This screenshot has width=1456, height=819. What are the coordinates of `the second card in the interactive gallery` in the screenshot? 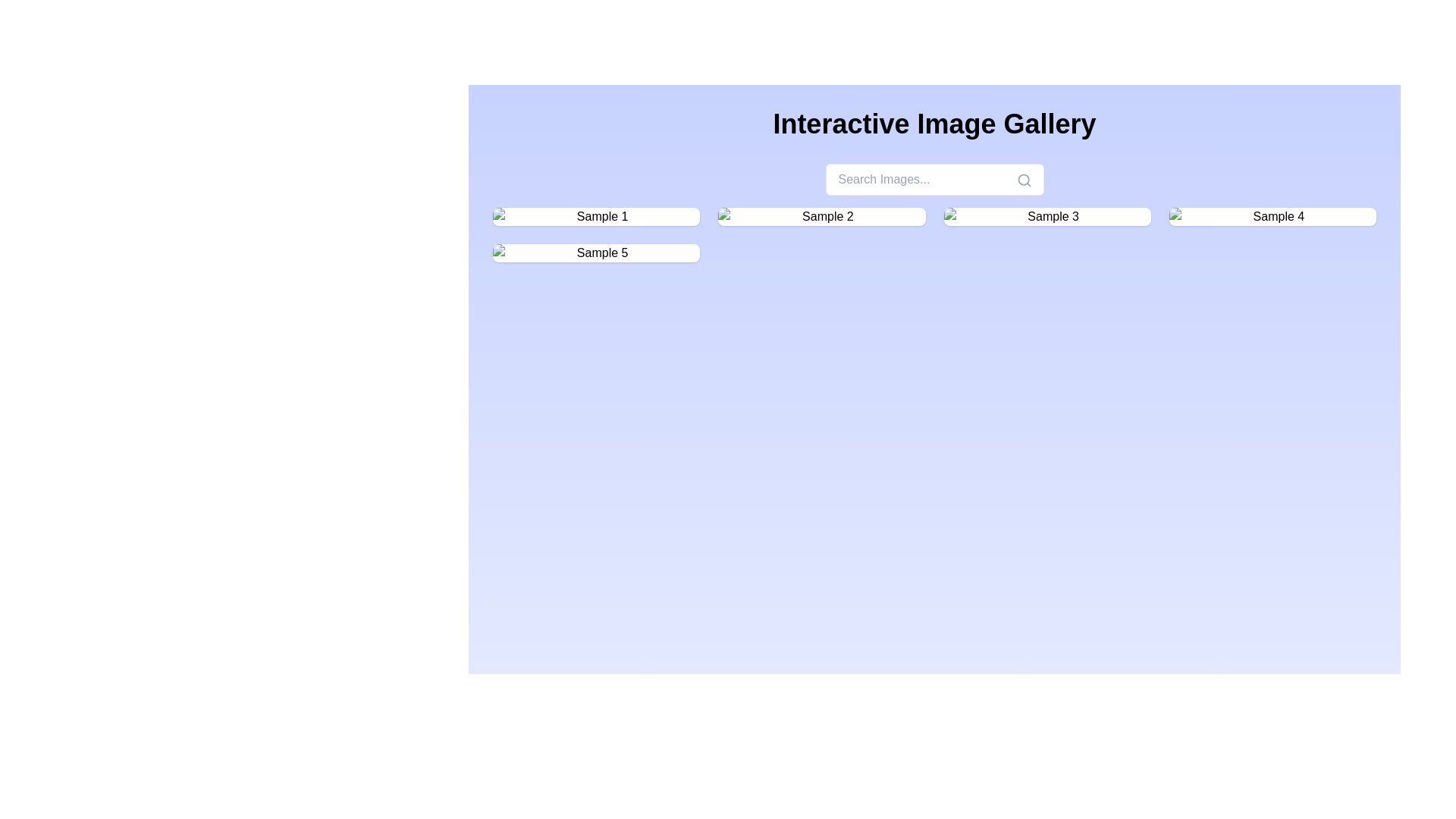 It's located at (821, 216).